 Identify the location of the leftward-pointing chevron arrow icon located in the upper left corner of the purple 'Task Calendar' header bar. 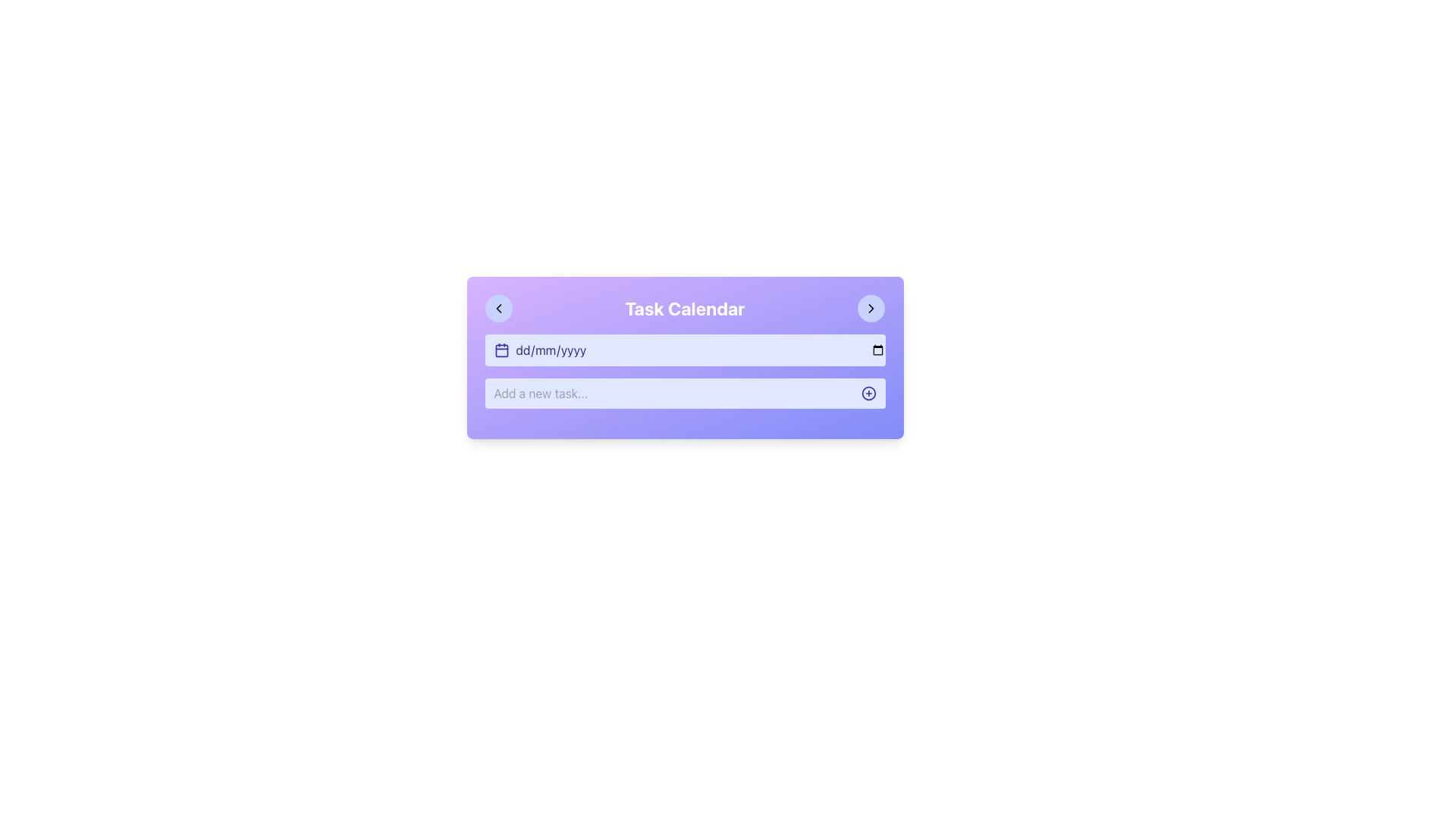
(498, 308).